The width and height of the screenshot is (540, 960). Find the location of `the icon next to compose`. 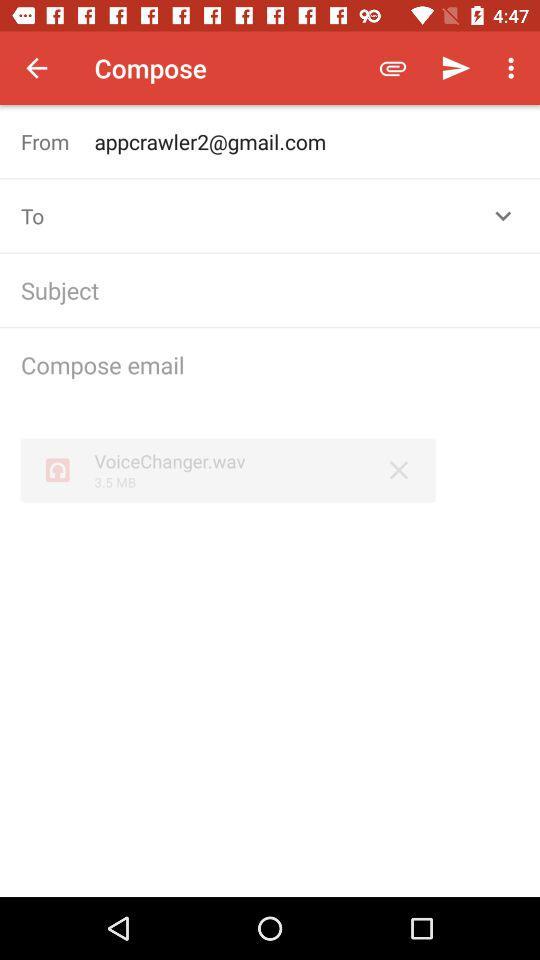

the icon next to compose is located at coordinates (393, 68).